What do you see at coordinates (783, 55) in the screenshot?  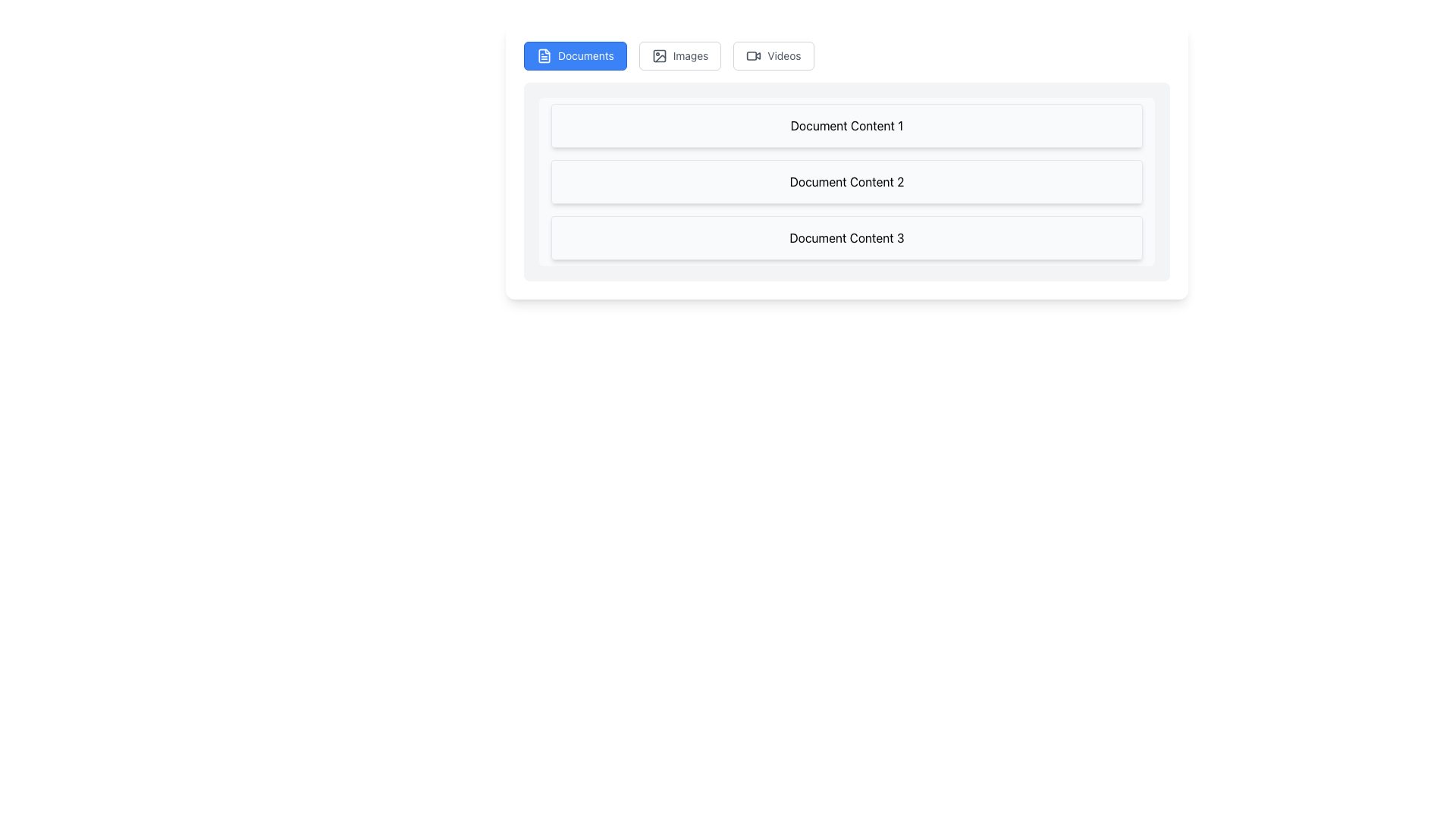 I see `the 'Videos' text label located in the upper horizontal menu bar` at bounding box center [783, 55].